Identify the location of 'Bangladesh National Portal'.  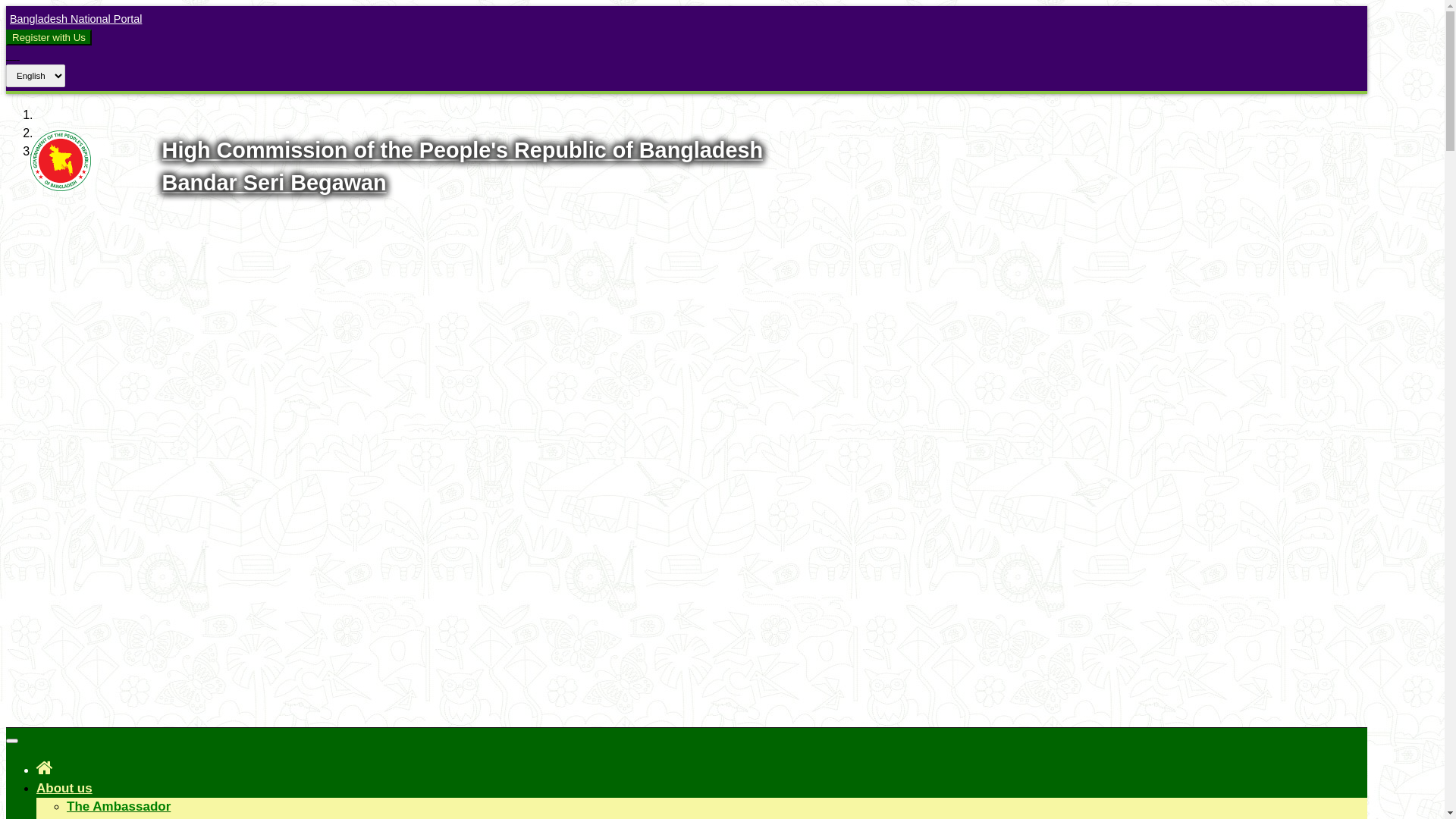
(73, 18).